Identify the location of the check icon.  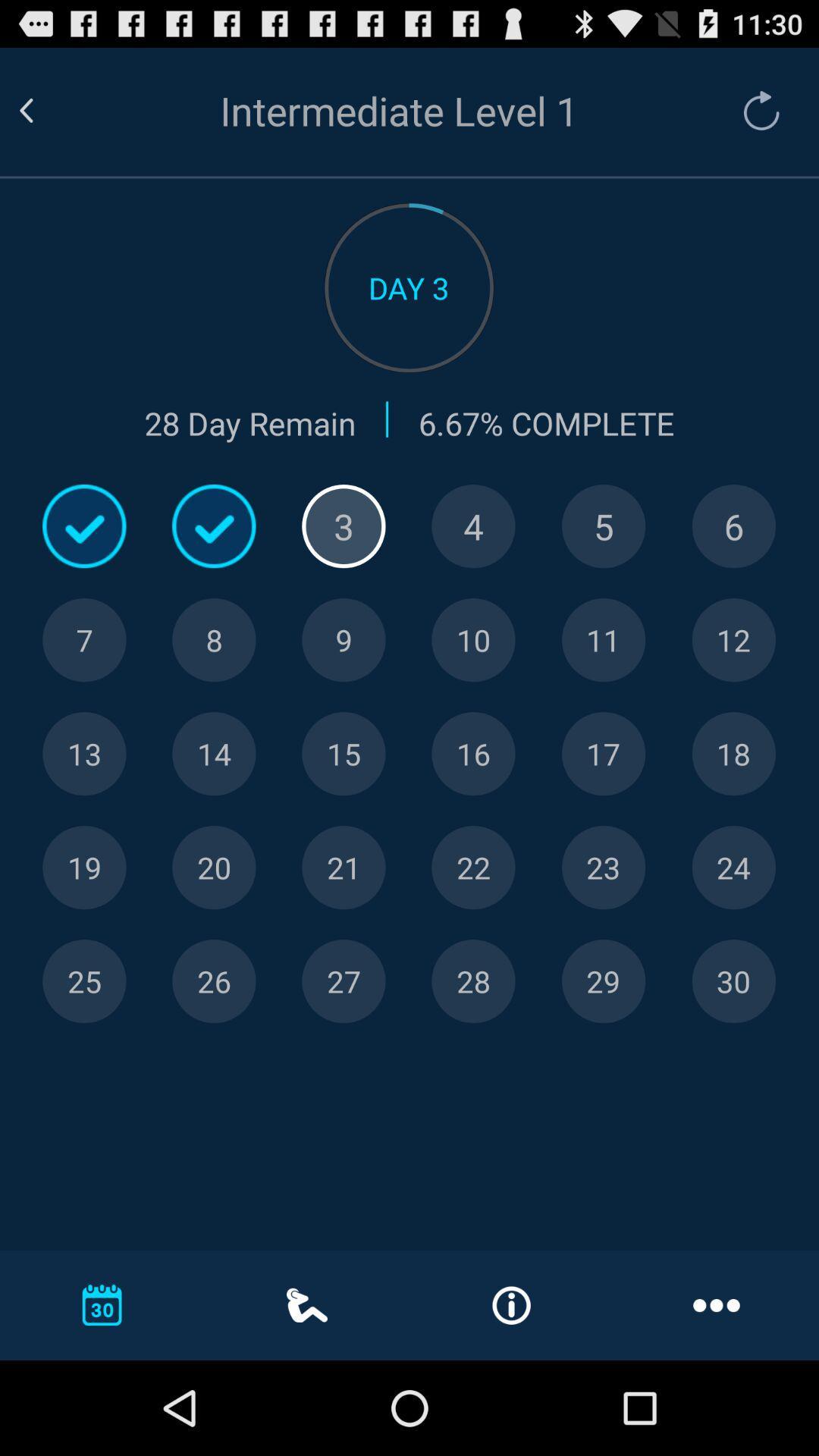
(84, 562).